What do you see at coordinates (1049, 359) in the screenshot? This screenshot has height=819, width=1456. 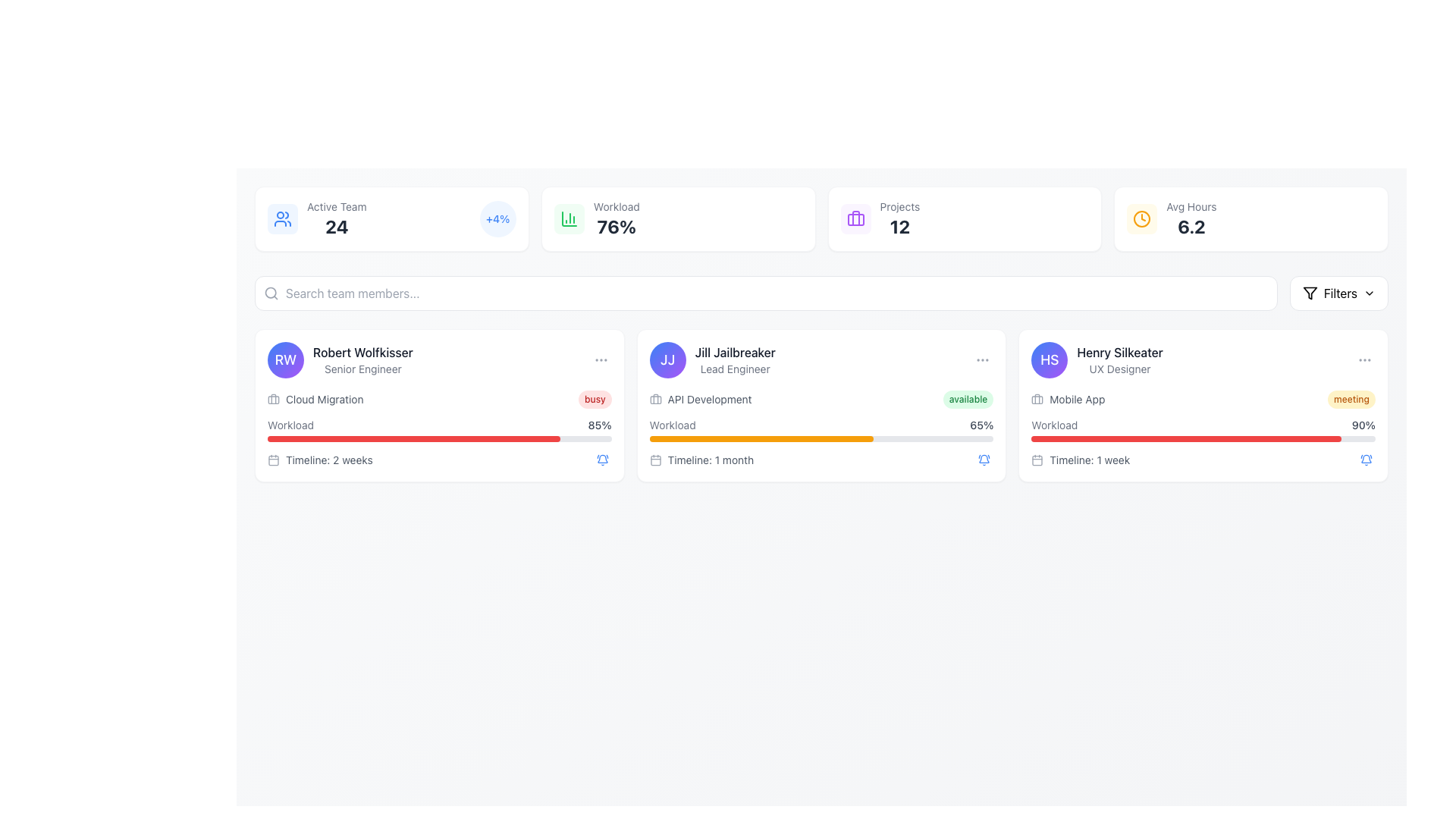 I see `the circular profile avatar icon with gradient background and white 'HS' text, located in the top-left corner of the user information group` at bounding box center [1049, 359].